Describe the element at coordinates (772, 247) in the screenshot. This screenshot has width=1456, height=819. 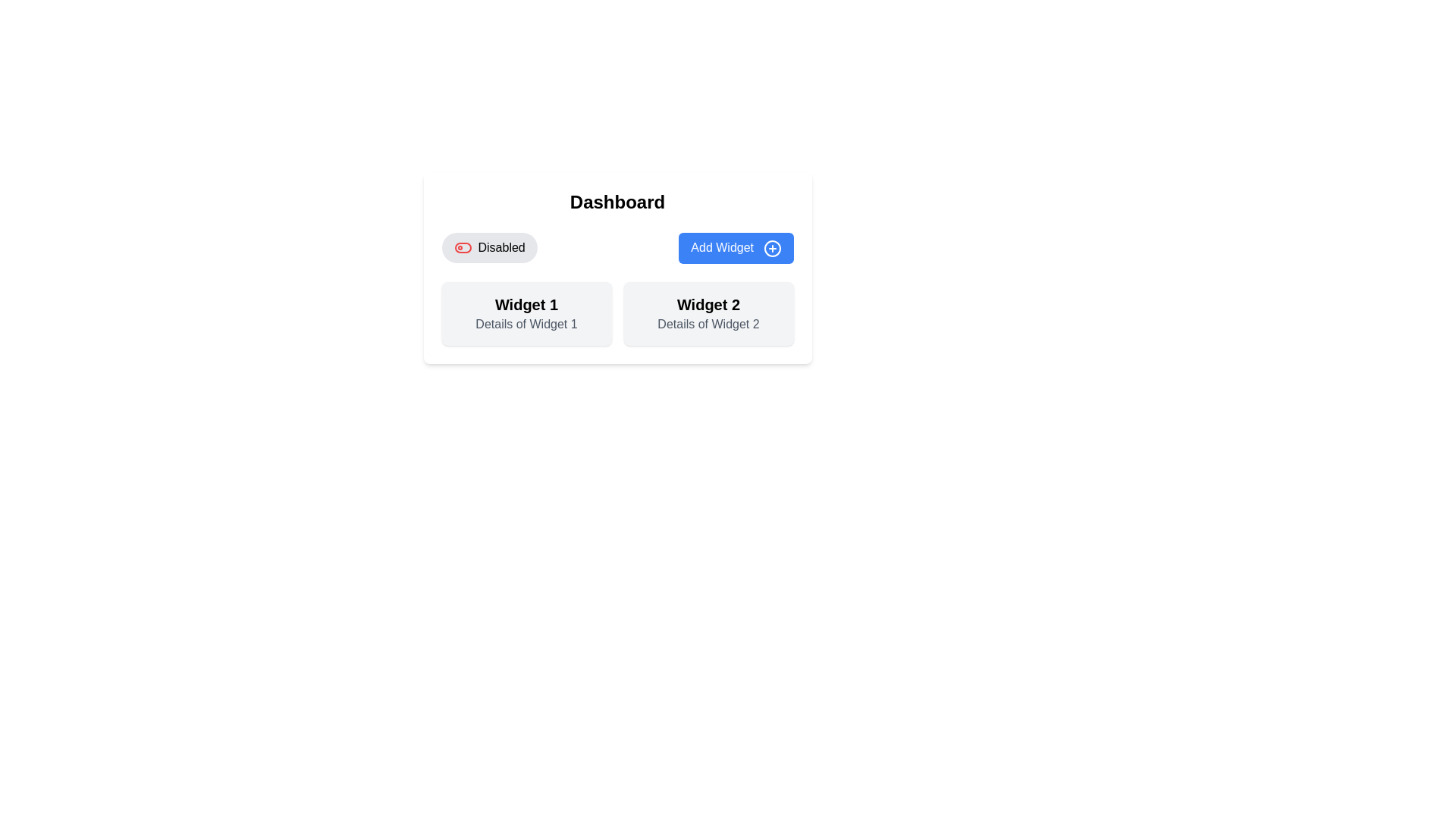
I see `the circular '+' icon located to the right of the 'Add Widget' button, which is styled in line art design and matches the button's color` at that location.